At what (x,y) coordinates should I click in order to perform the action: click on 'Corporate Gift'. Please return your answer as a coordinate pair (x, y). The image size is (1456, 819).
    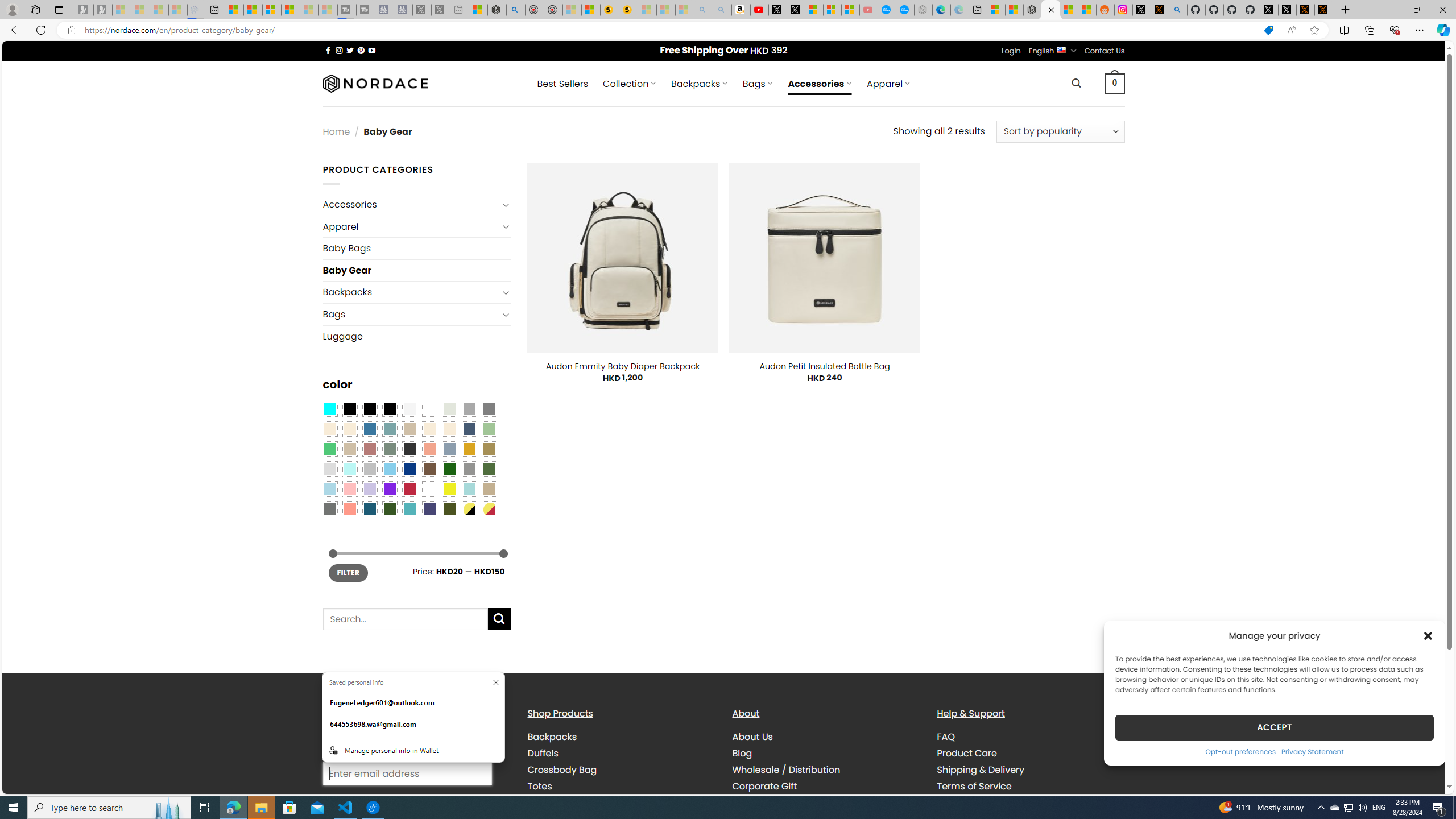
    Looking at the image, I should click on (765, 785).